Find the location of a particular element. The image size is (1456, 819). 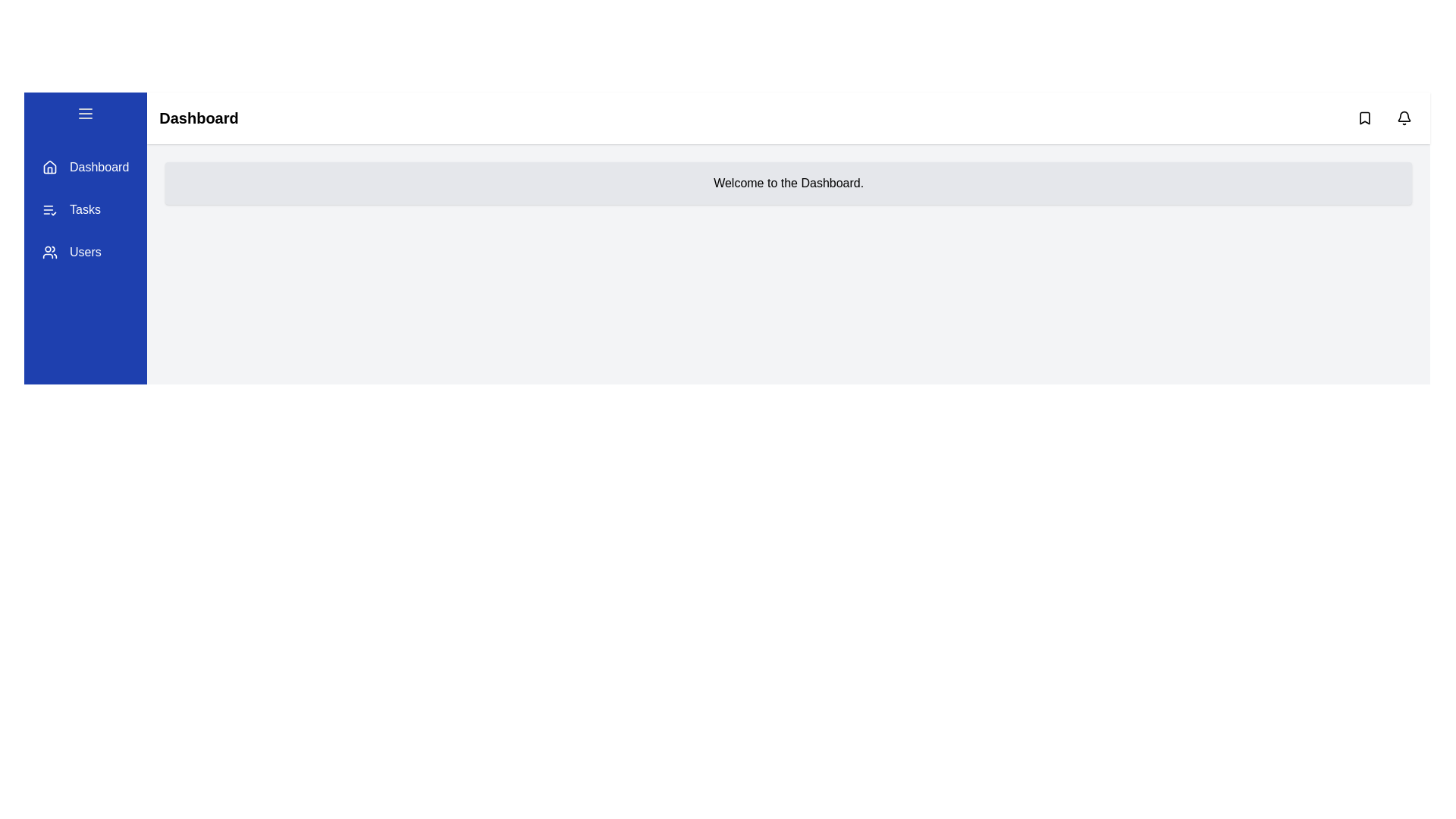

the house-shaped icon in the vertical navigation bar on the left side of the interface is located at coordinates (50, 166).